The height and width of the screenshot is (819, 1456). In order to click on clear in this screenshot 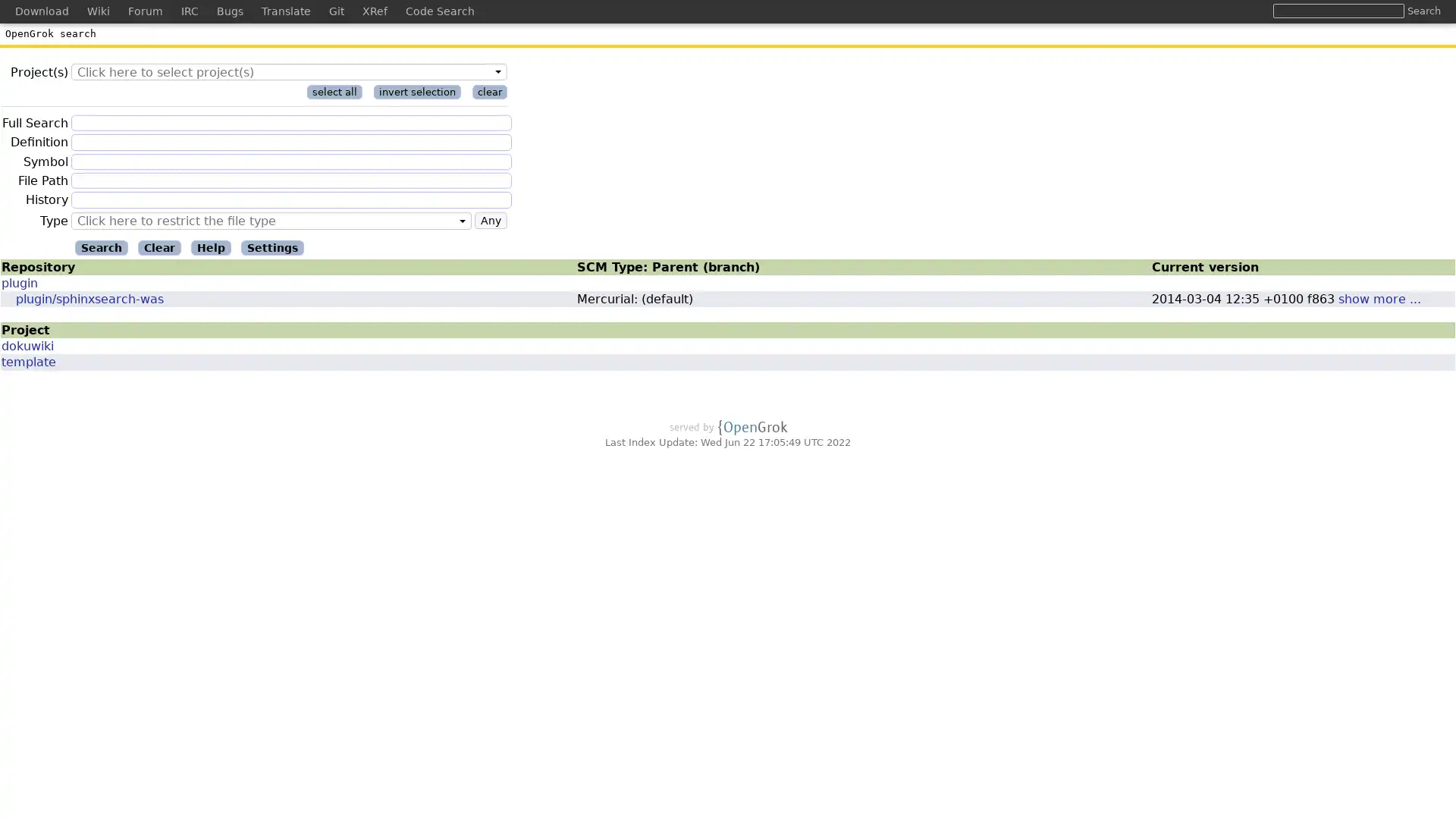, I will do `click(490, 92)`.